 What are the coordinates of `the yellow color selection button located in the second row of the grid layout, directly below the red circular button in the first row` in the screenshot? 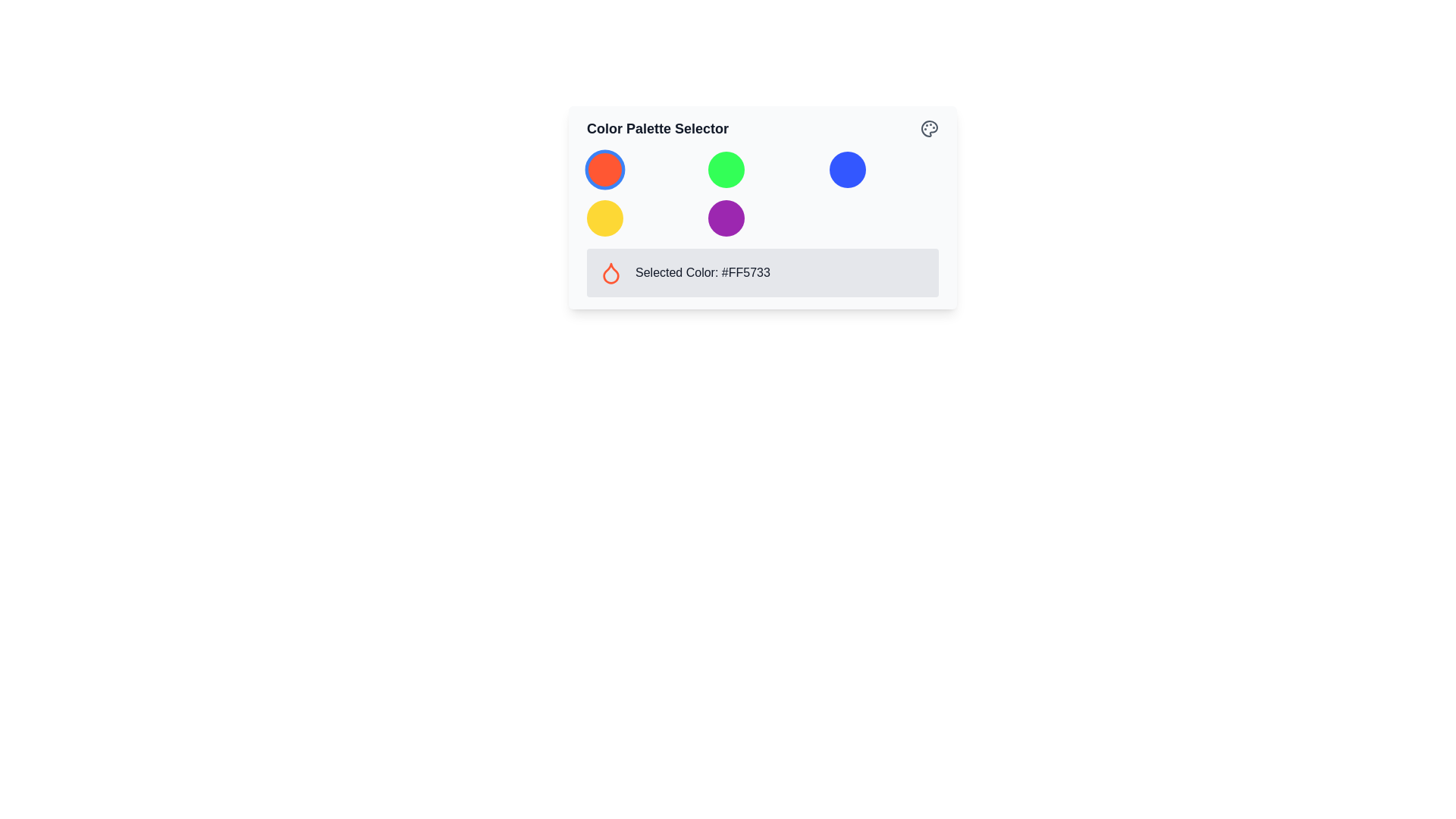 It's located at (604, 218).